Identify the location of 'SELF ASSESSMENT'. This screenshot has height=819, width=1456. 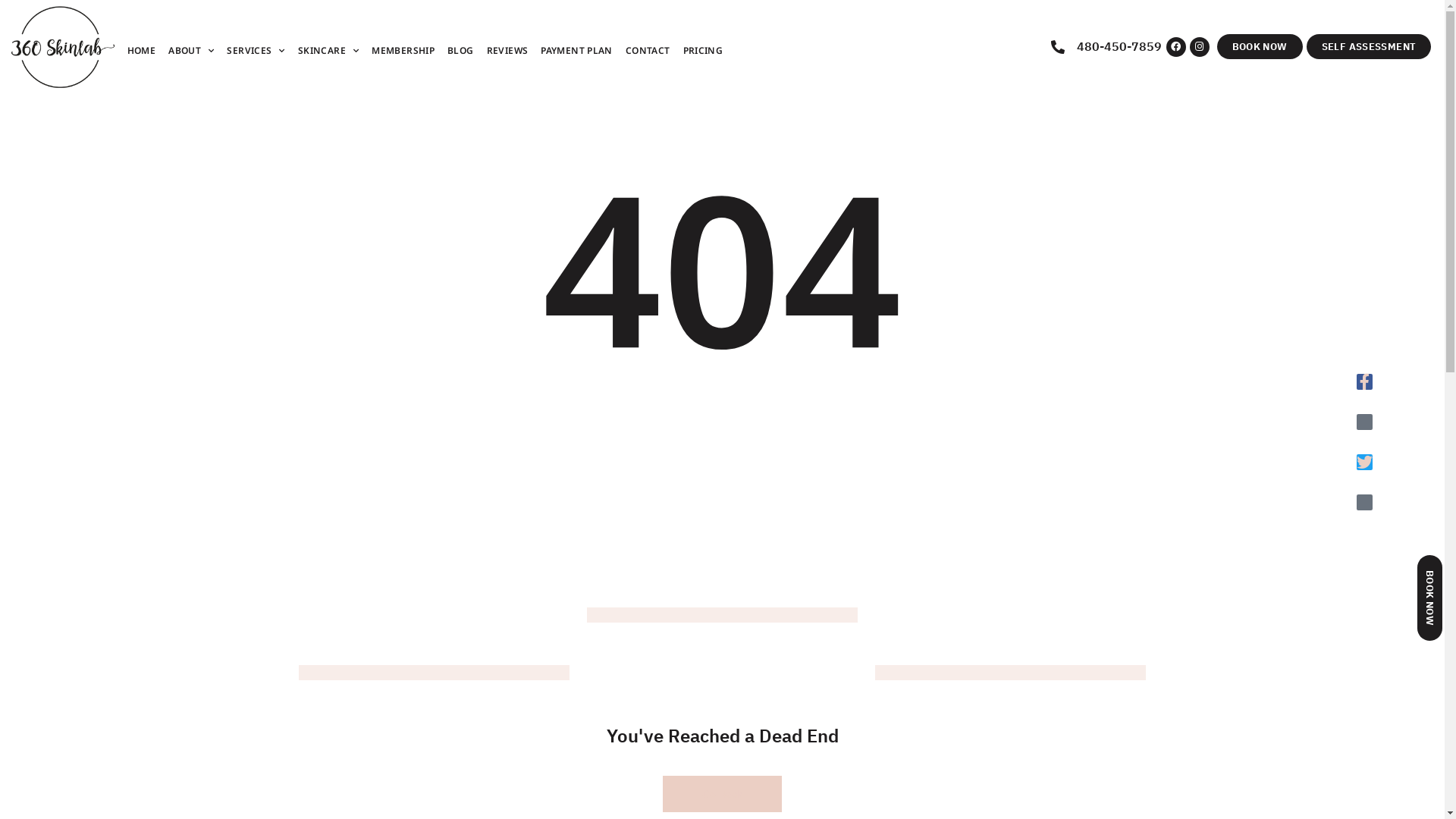
(1306, 45).